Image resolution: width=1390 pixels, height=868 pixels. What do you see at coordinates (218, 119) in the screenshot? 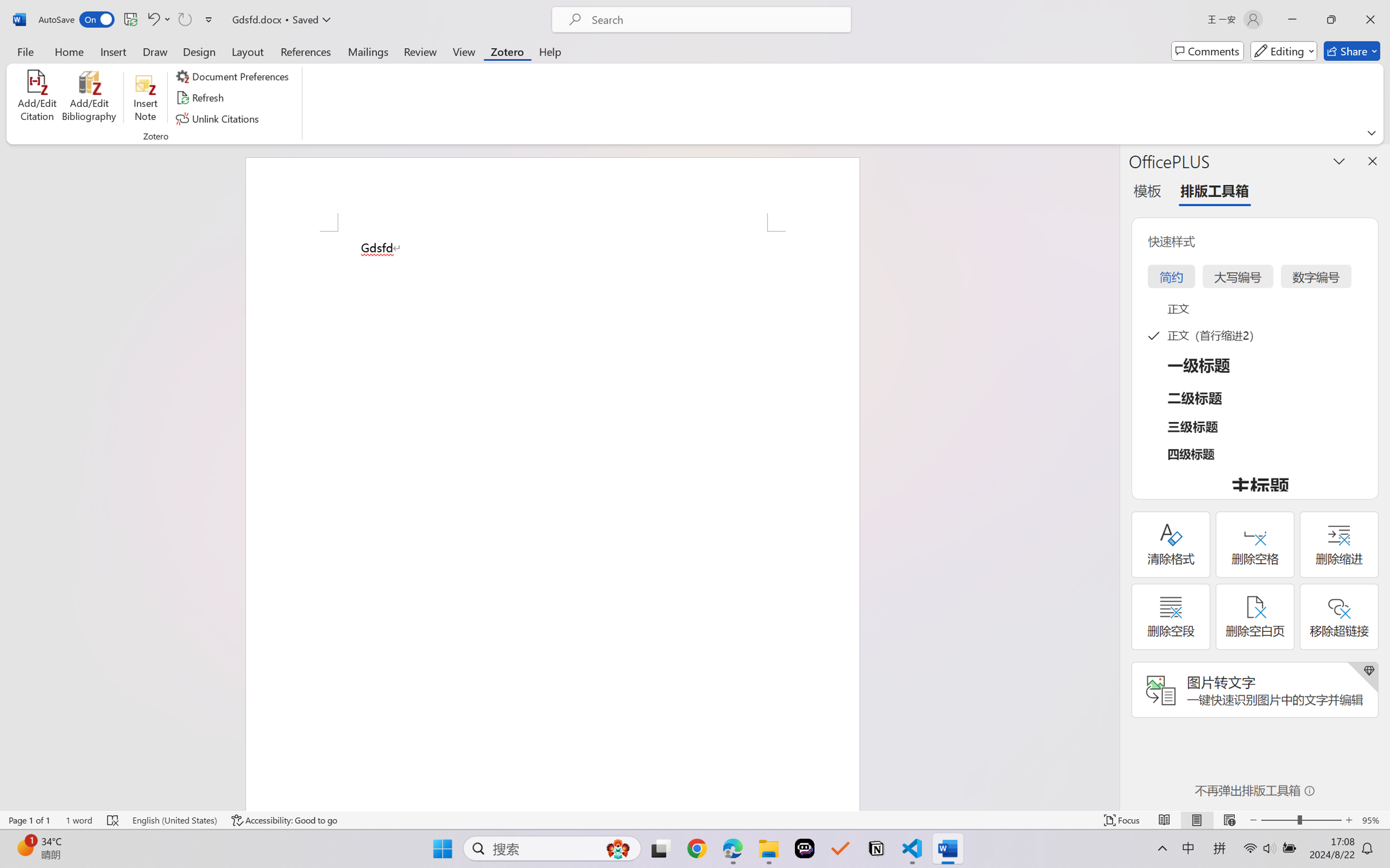
I see `'Unlink Citations'` at bounding box center [218, 119].